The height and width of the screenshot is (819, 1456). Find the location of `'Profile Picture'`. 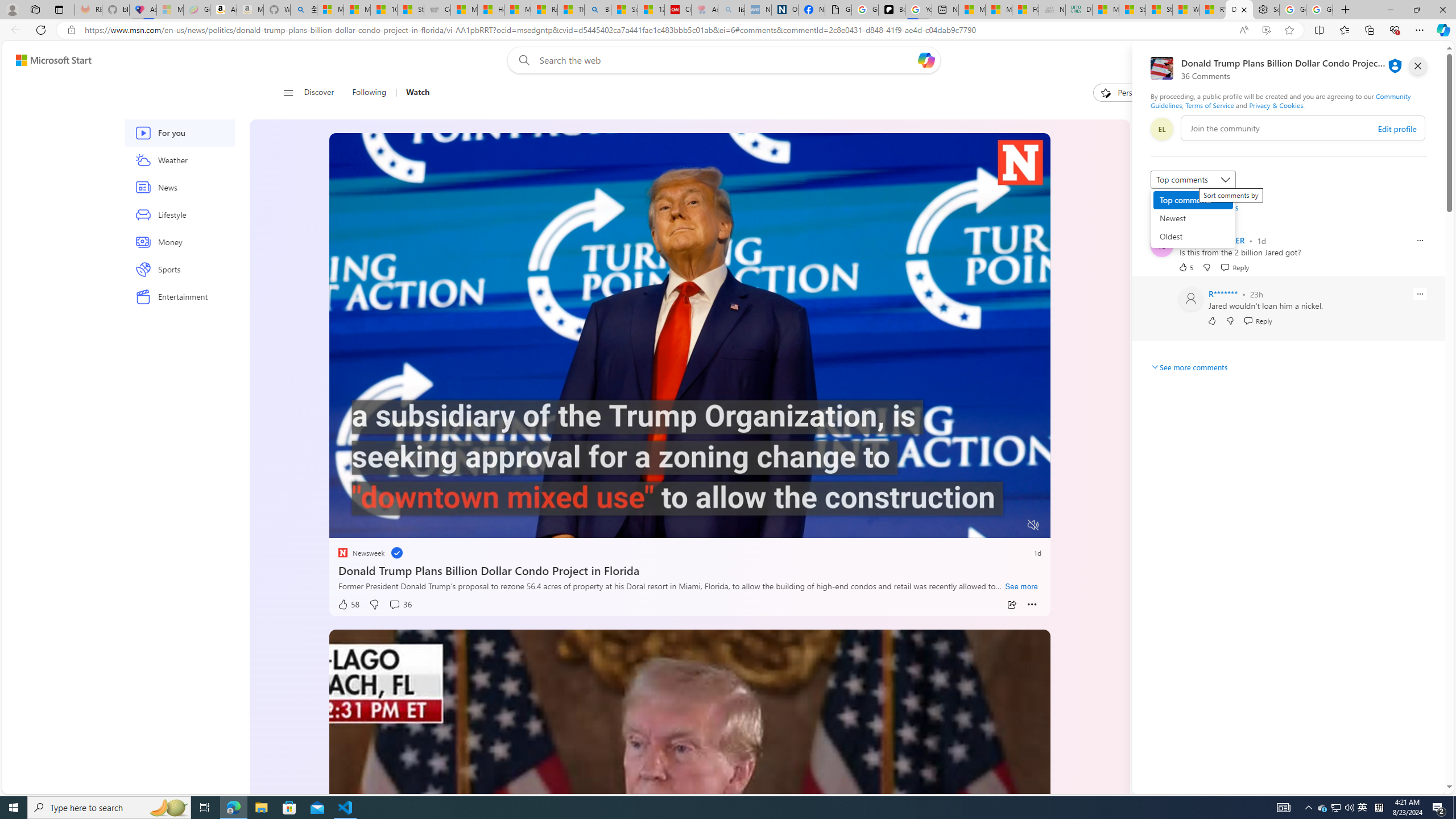

'Profile Picture' is located at coordinates (1191, 298).